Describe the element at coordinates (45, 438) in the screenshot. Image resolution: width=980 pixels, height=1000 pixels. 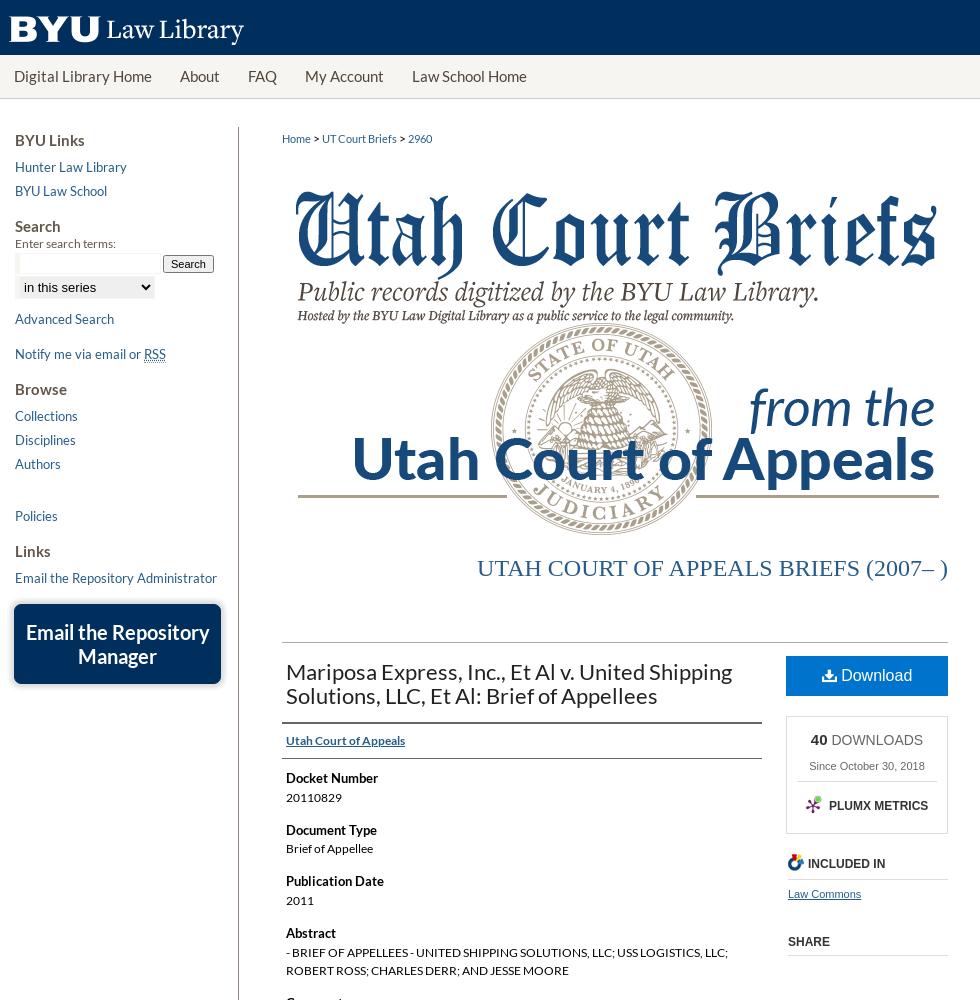
I see `'Disciplines'` at that location.